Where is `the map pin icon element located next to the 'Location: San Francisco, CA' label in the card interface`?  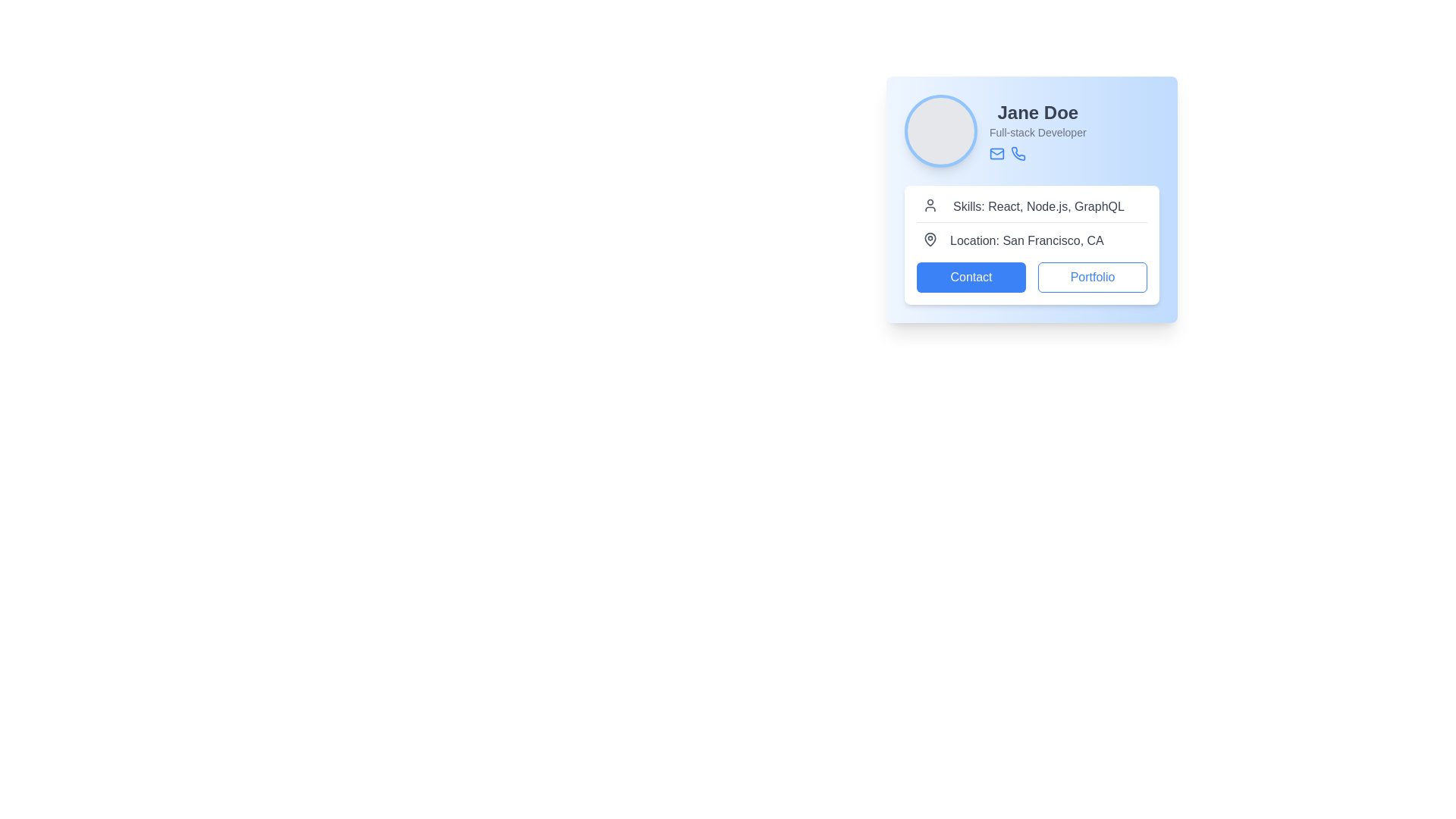
the map pin icon element located next to the 'Location: San Francisco, CA' label in the card interface is located at coordinates (930, 239).